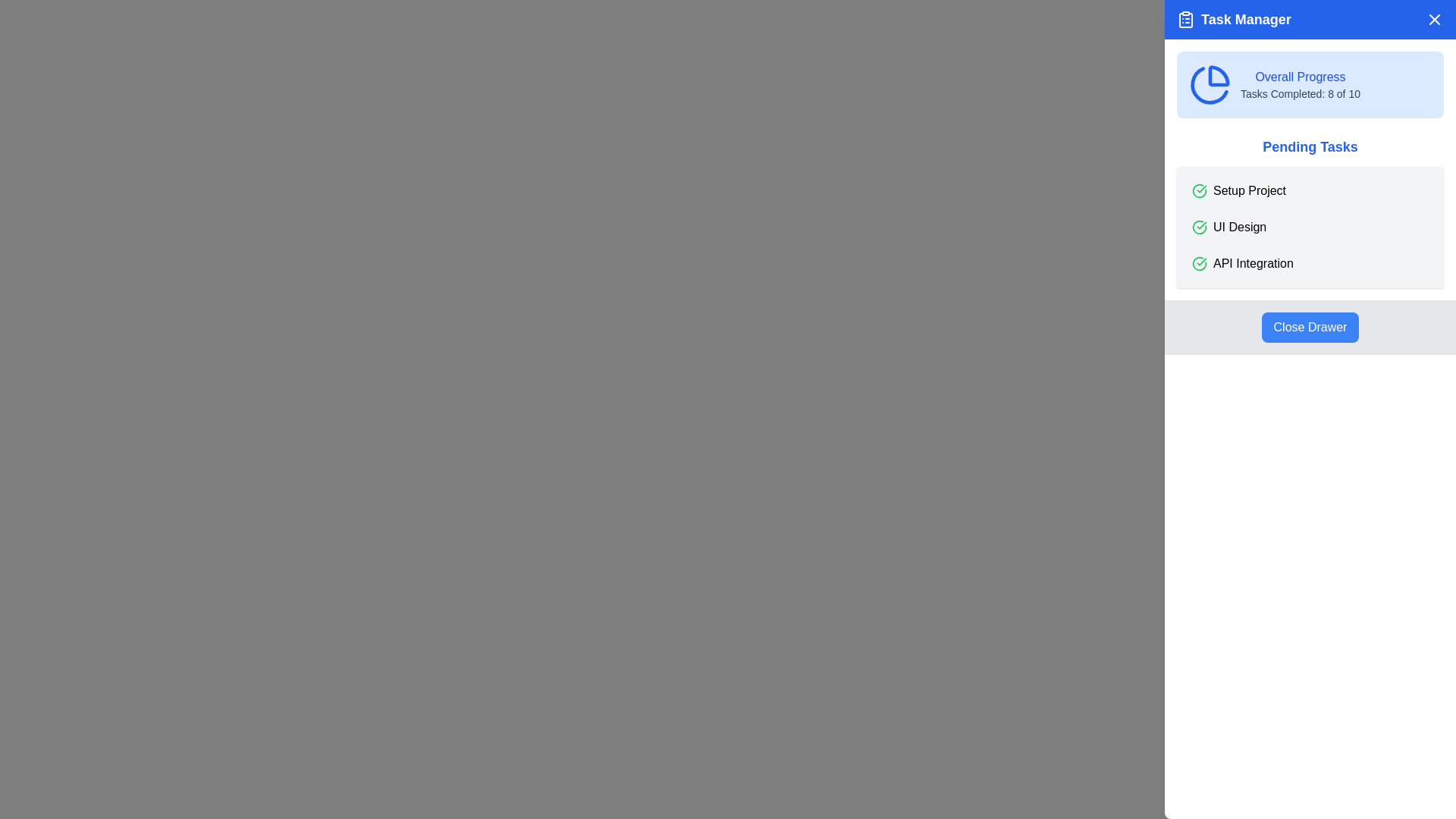  I want to click on the task entry labeled 'UI Design' with a light gray background, so click(1310, 227).